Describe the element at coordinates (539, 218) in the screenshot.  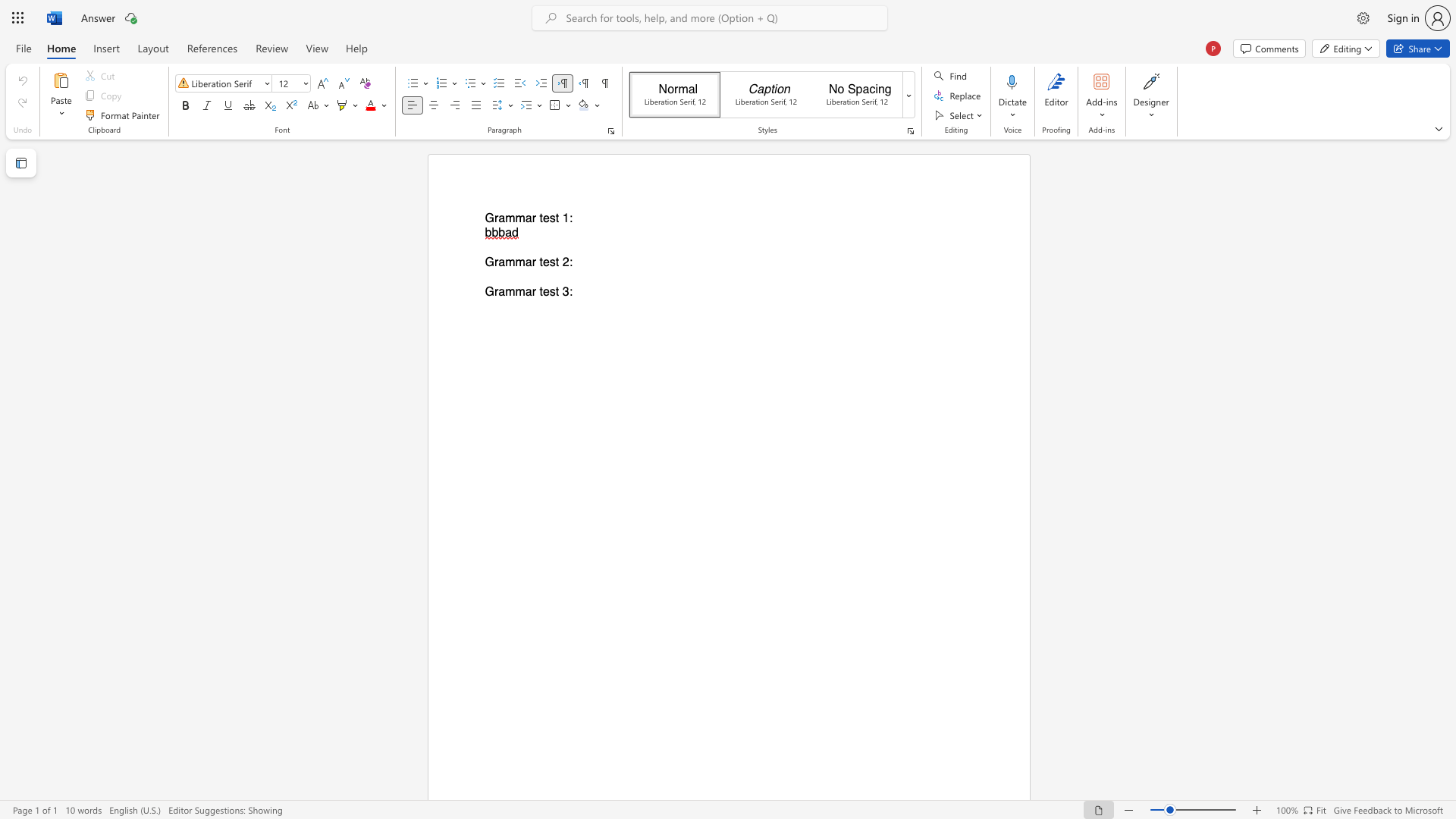
I see `the subset text "test 1" within the text "Grammar test 1:"` at that location.